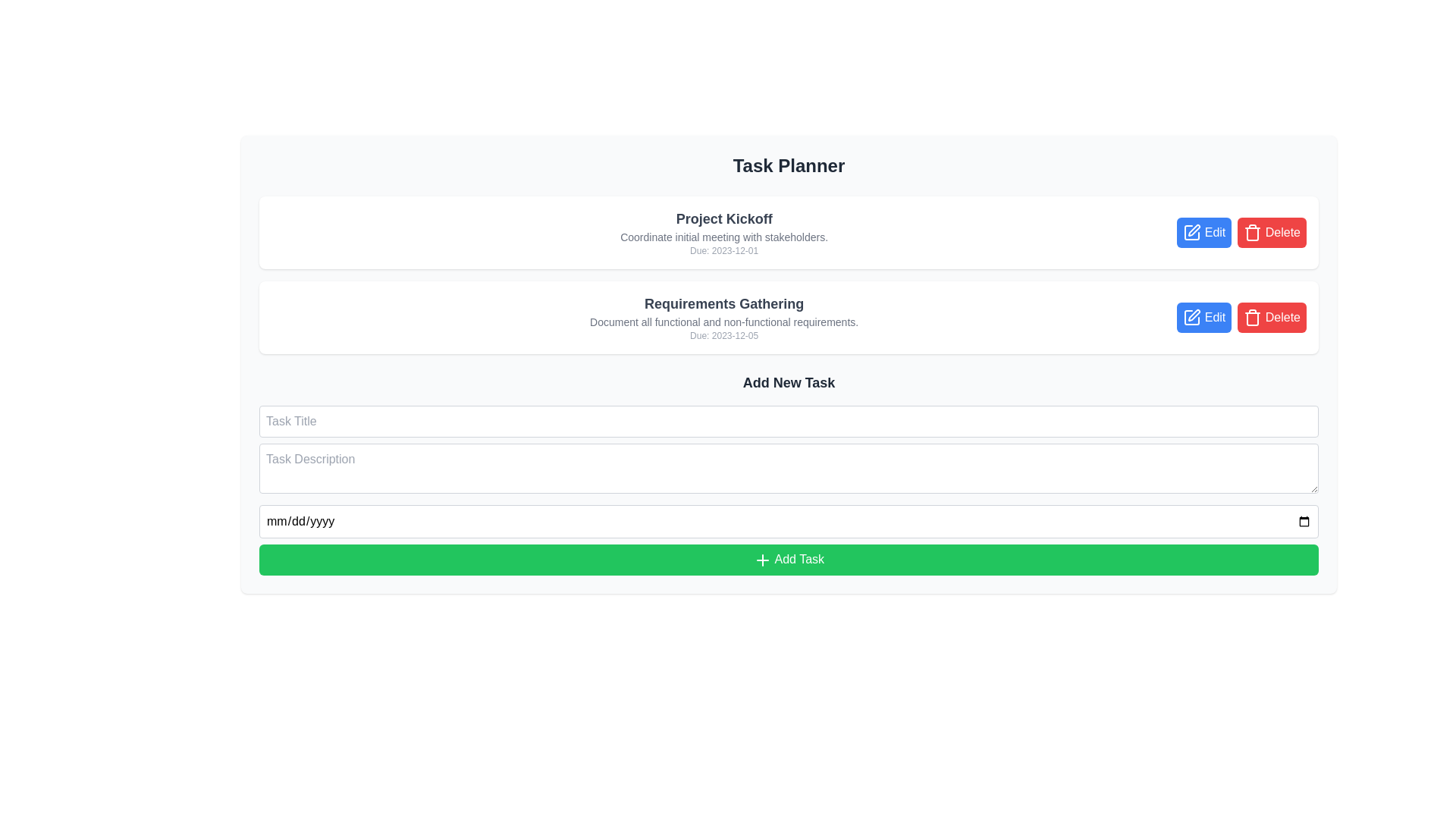 The width and height of the screenshot is (1456, 819). I want to click on the read-only informational Text Label displaying the due date of the task, located at the bottom of the task card titled 'Requirements Gathering', so click(723, 335).